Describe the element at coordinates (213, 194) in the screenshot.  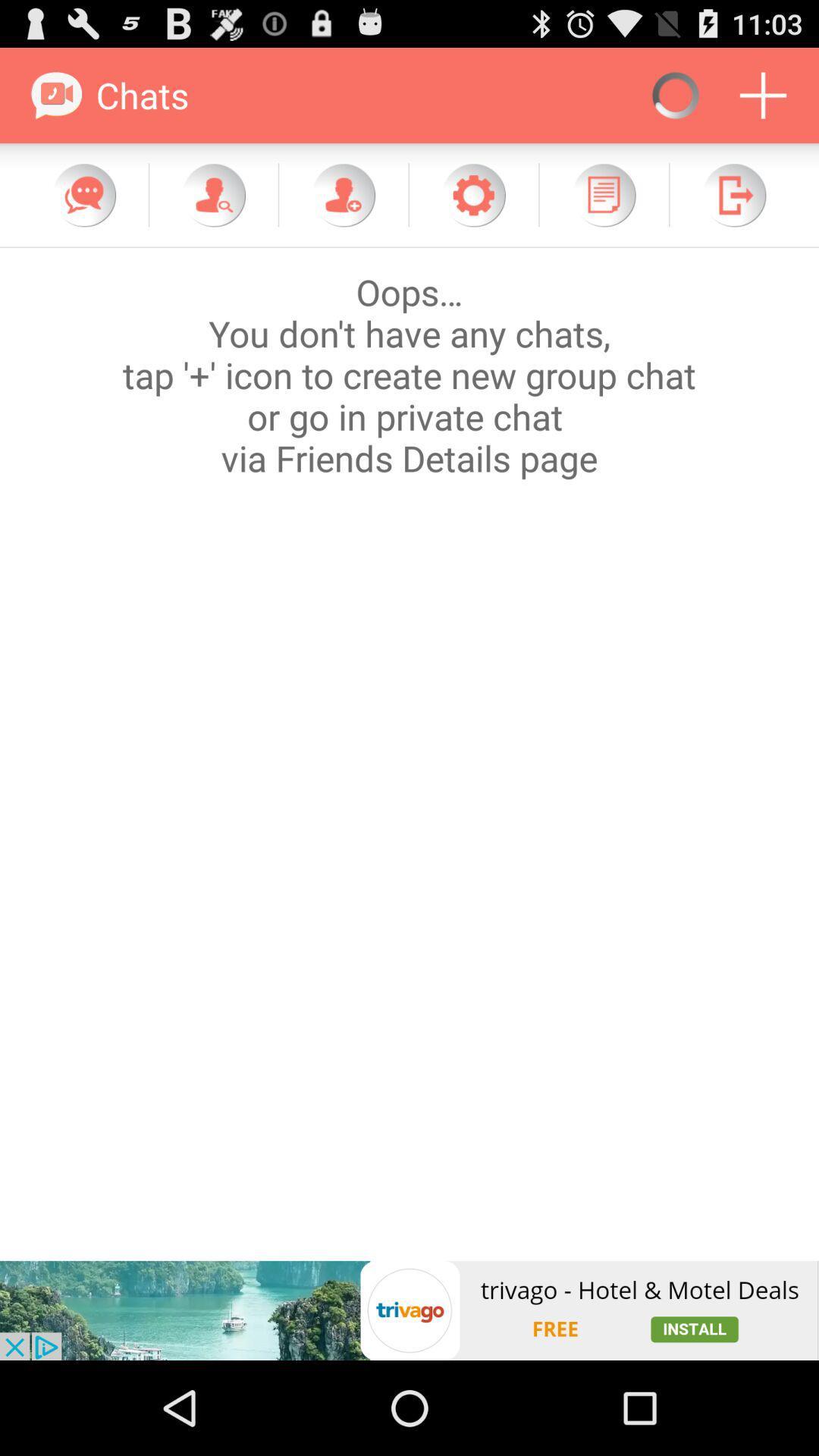
I see `search the number in the contact list` at that location.